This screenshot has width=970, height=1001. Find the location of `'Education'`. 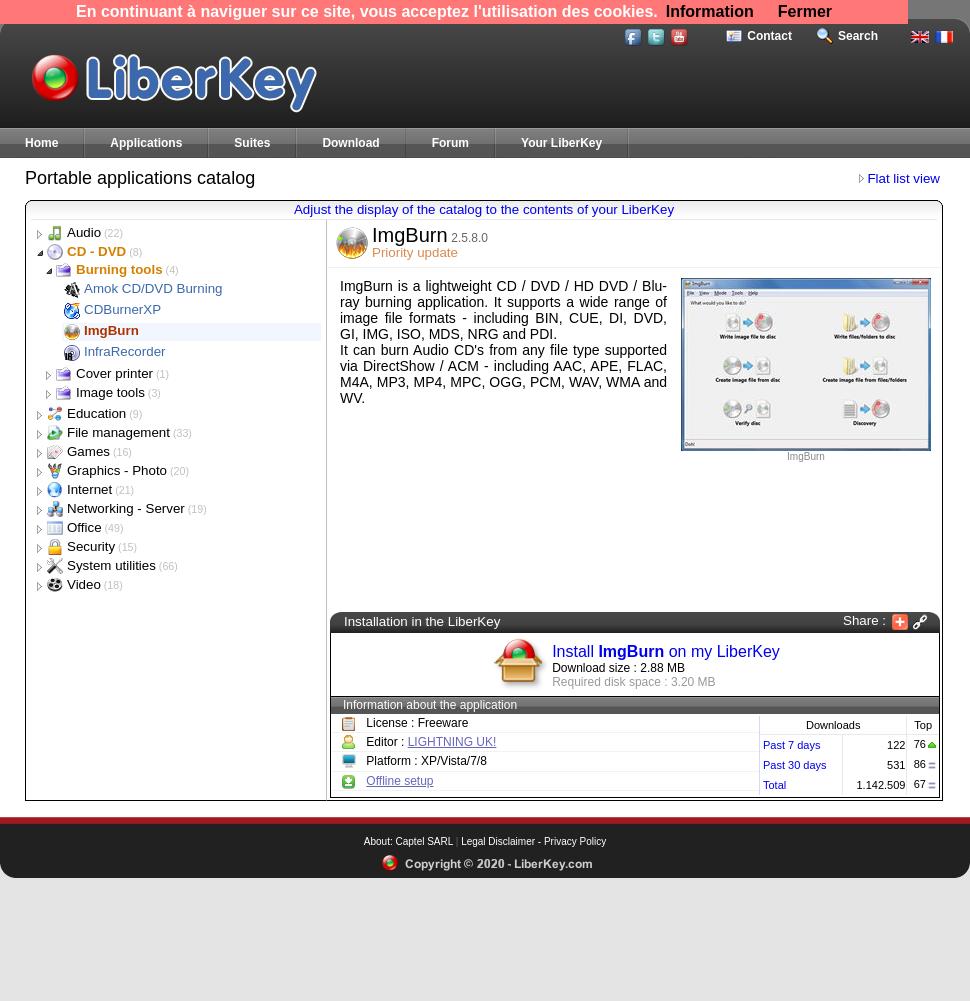

'Education' is located at coordinates (95, 412).